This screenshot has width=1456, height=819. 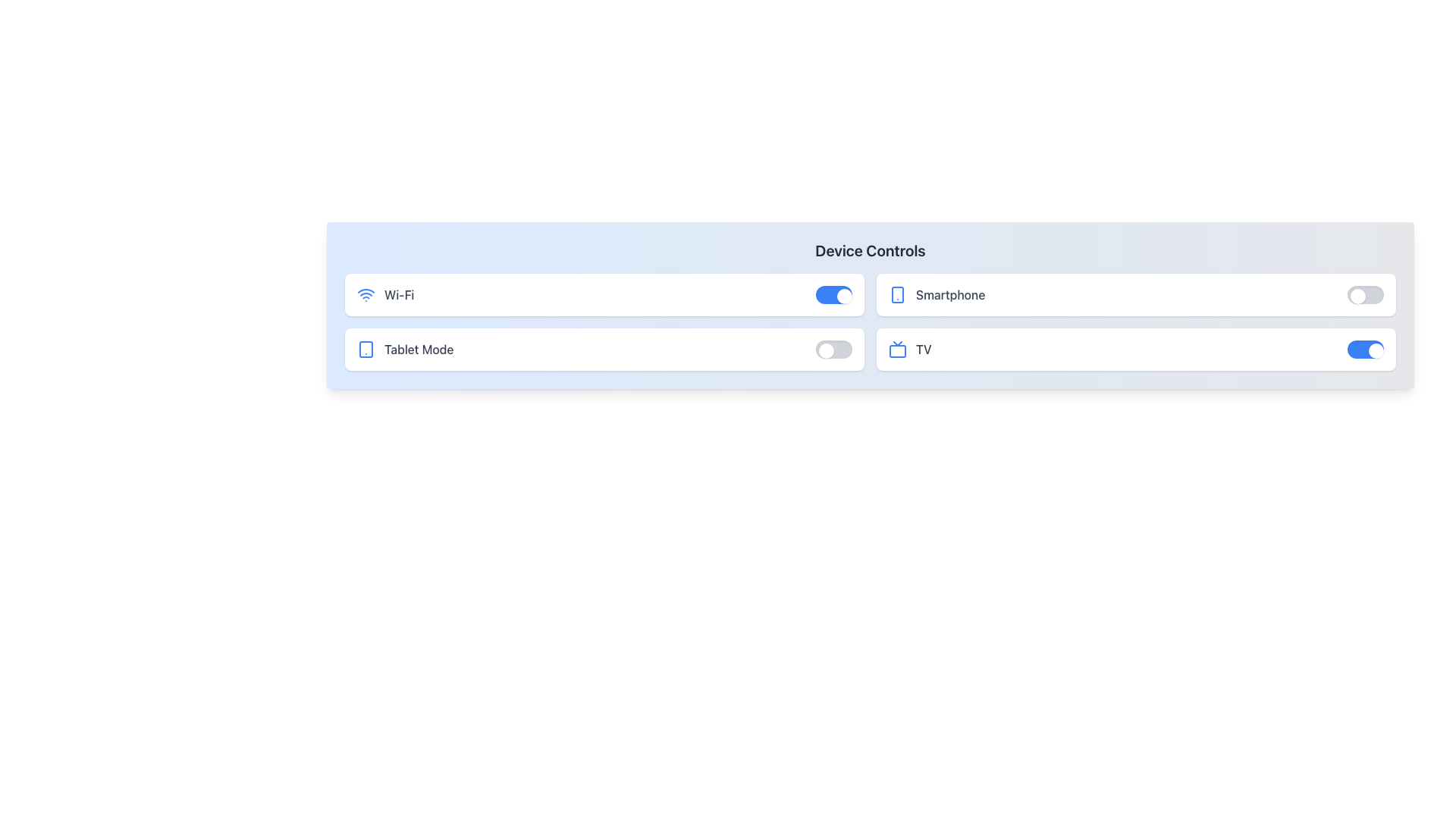 I want to click on the rectangular smartphone graphical icon, which is located next to the 'Smartphone' label, so click(x=898, y=295).